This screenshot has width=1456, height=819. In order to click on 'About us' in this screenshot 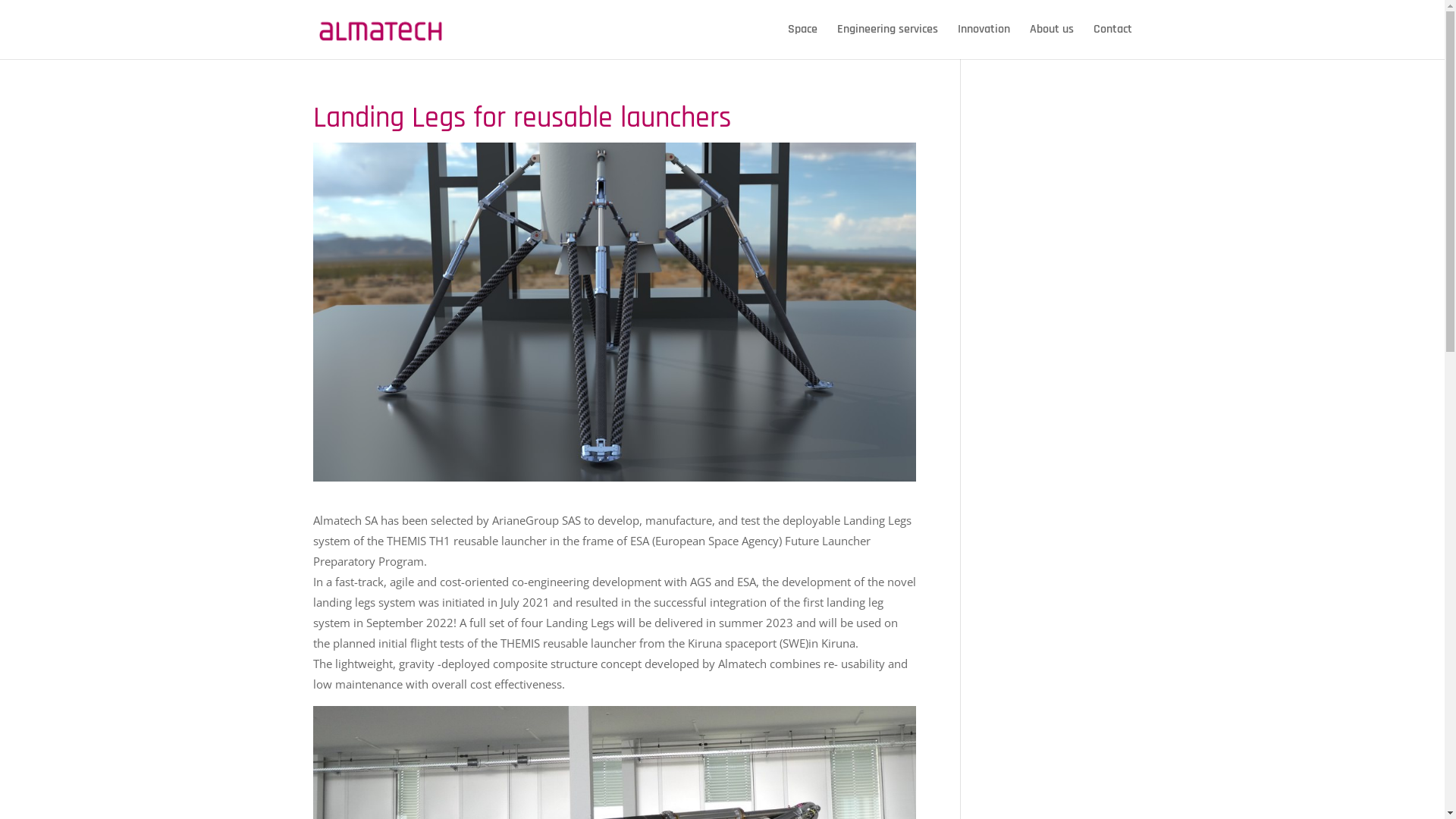, I will do `click(1030, 40)`.